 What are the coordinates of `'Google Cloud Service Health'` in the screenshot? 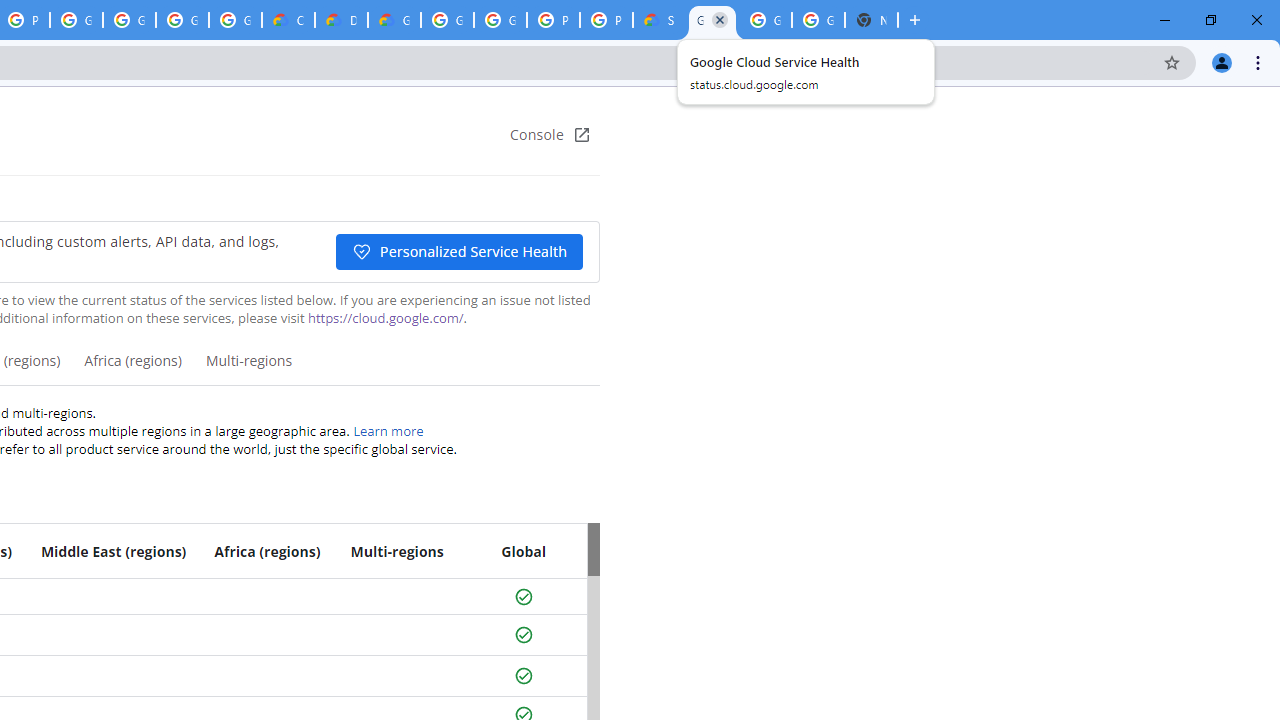 It's located at (712, 20).